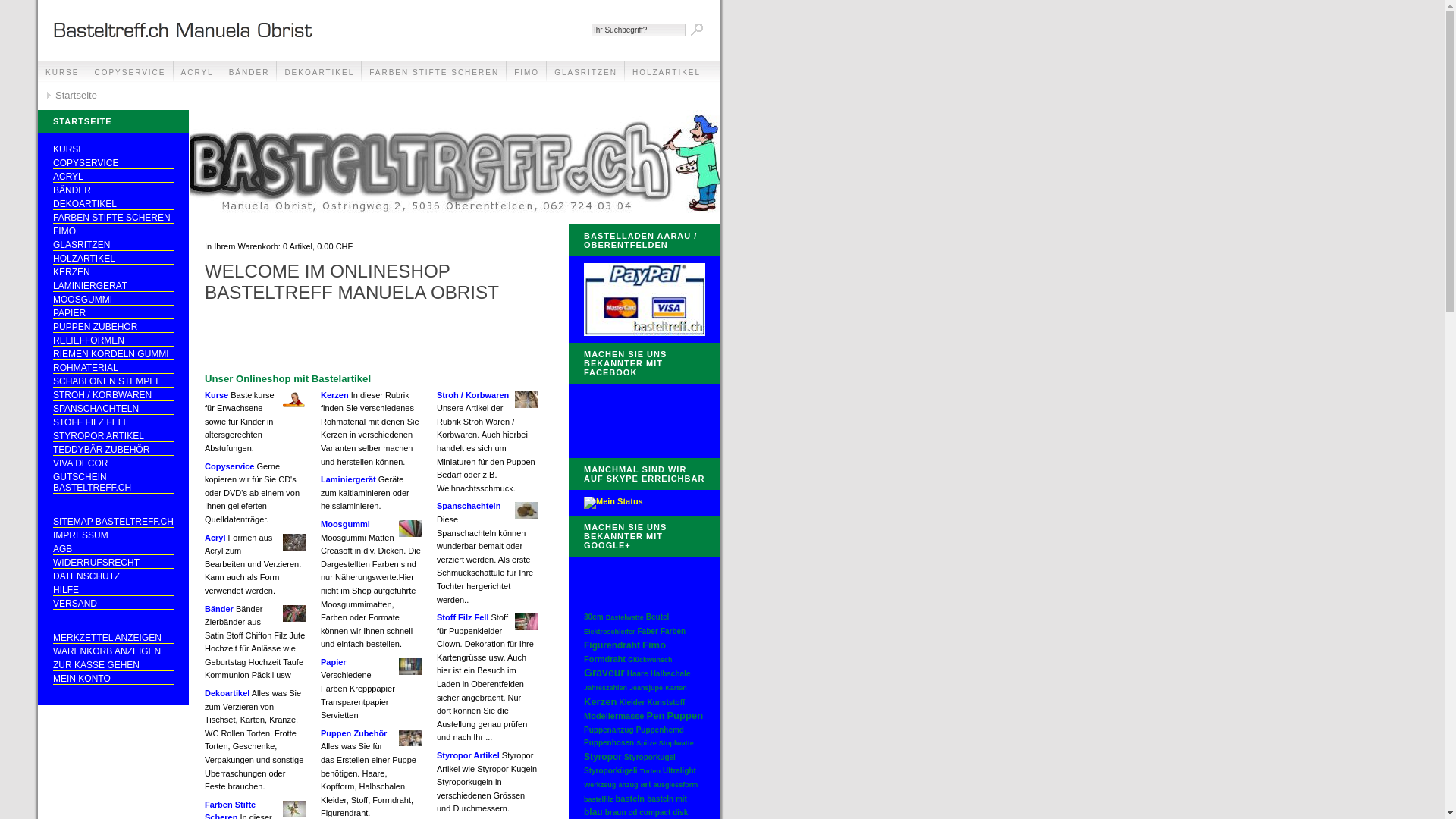  Describe the element at coordinates (625, 617) in the screenshot. I see `'Bastelwatte'` at that location.